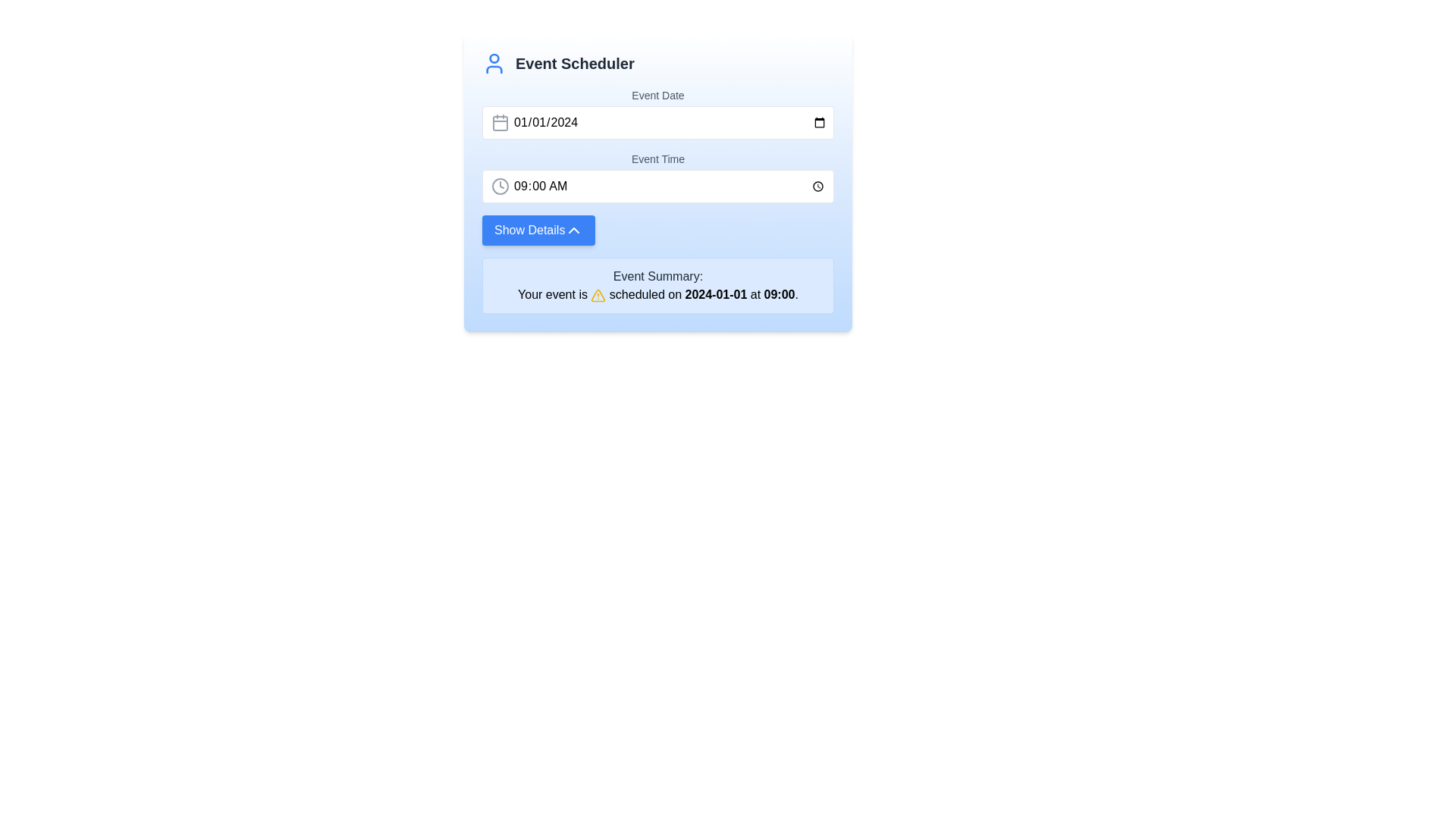 Image resolution: width=1456 pixels, height=819 pixels. Describe the element at coordinates (573, 231) in the screenshot. I see `the small upward-pointing chevron icon located at the right side of the 'Show Details' button text` at that location.